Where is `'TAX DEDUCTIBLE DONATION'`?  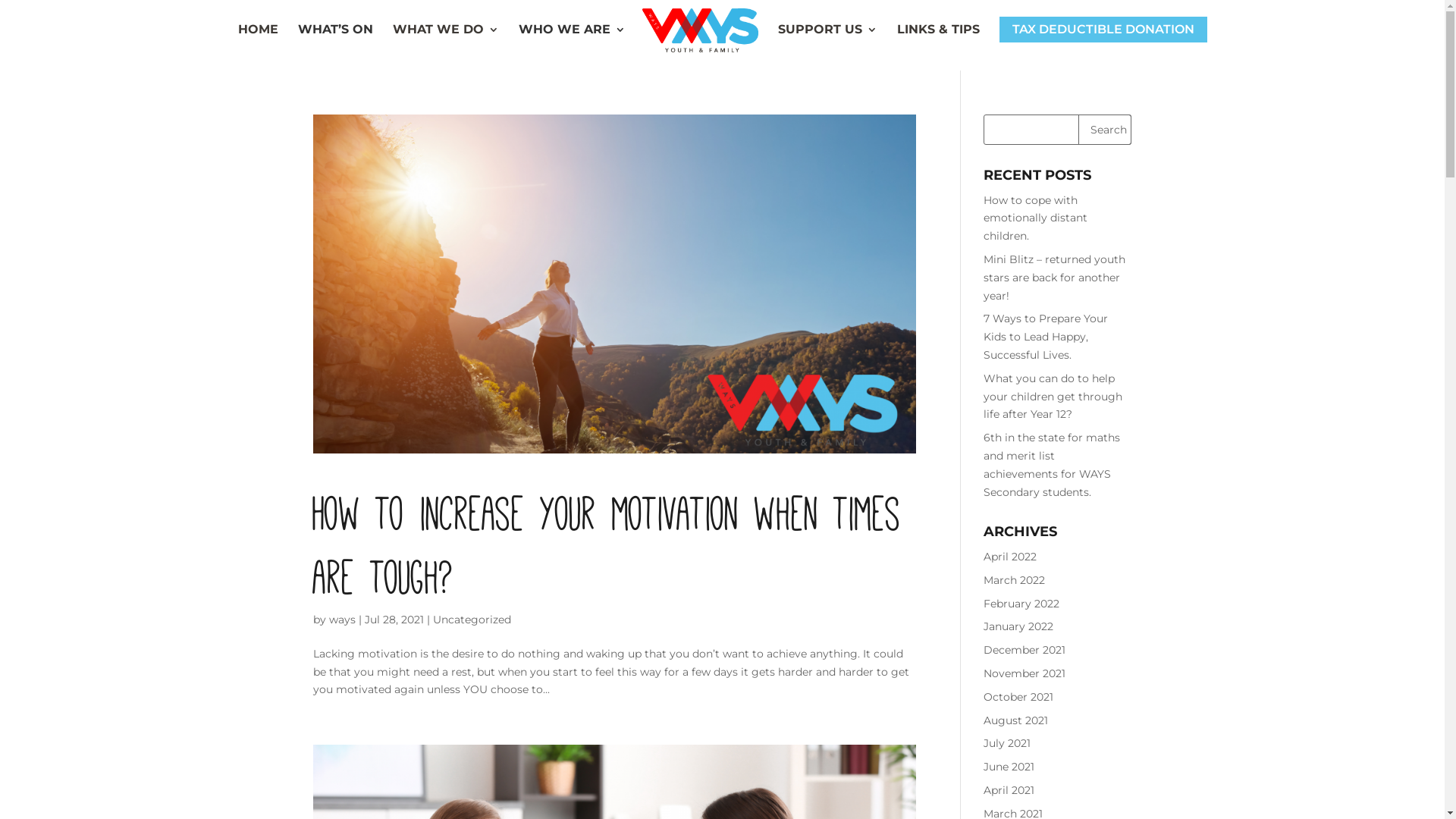
'TAX DEDUCTIBLE DONATION' is located at coordinates (1103, 42).